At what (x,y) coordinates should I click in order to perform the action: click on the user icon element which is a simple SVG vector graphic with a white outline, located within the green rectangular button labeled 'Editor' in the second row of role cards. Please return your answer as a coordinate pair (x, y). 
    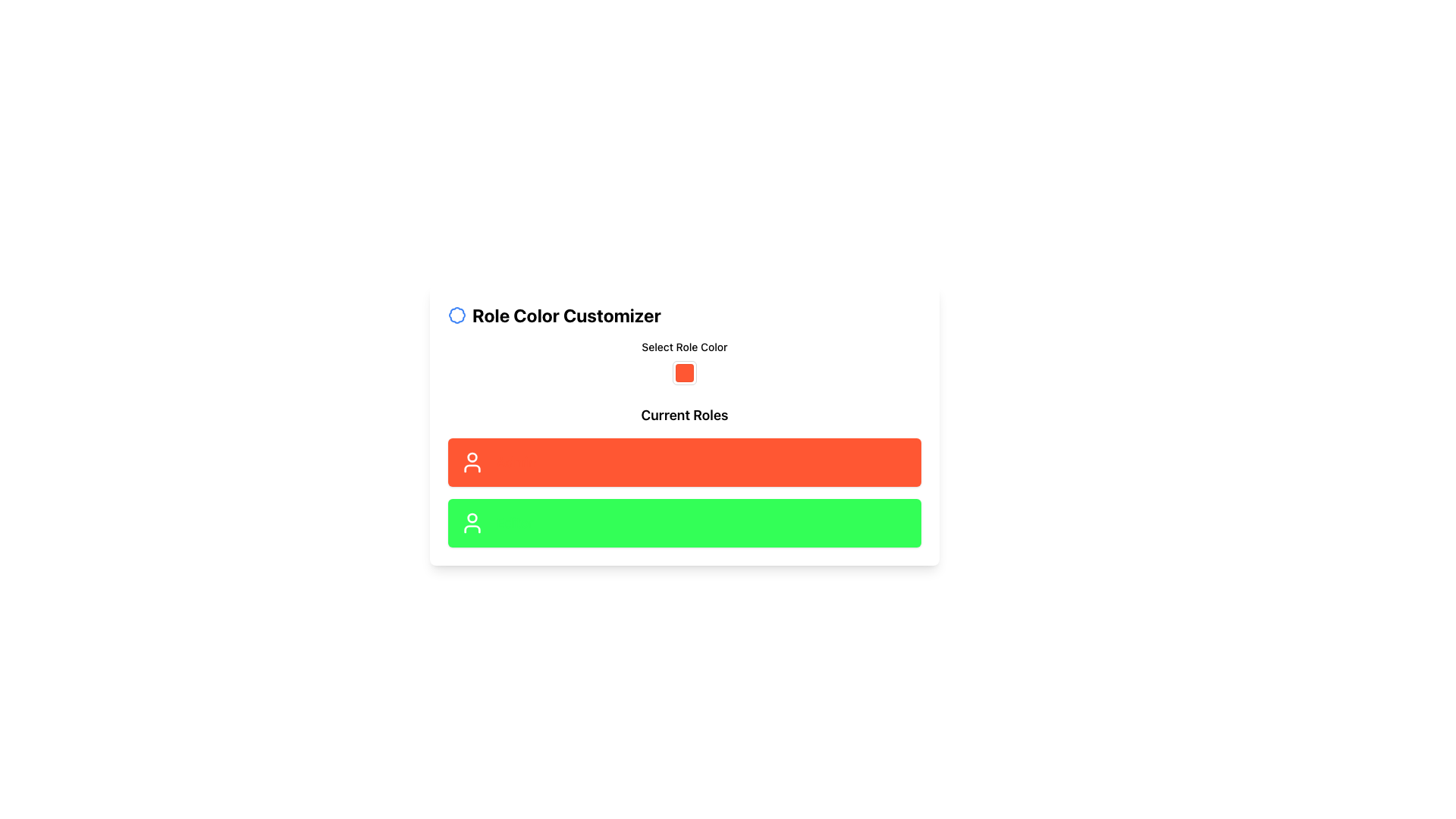
    Looking at the image, I should click on (472, 522).